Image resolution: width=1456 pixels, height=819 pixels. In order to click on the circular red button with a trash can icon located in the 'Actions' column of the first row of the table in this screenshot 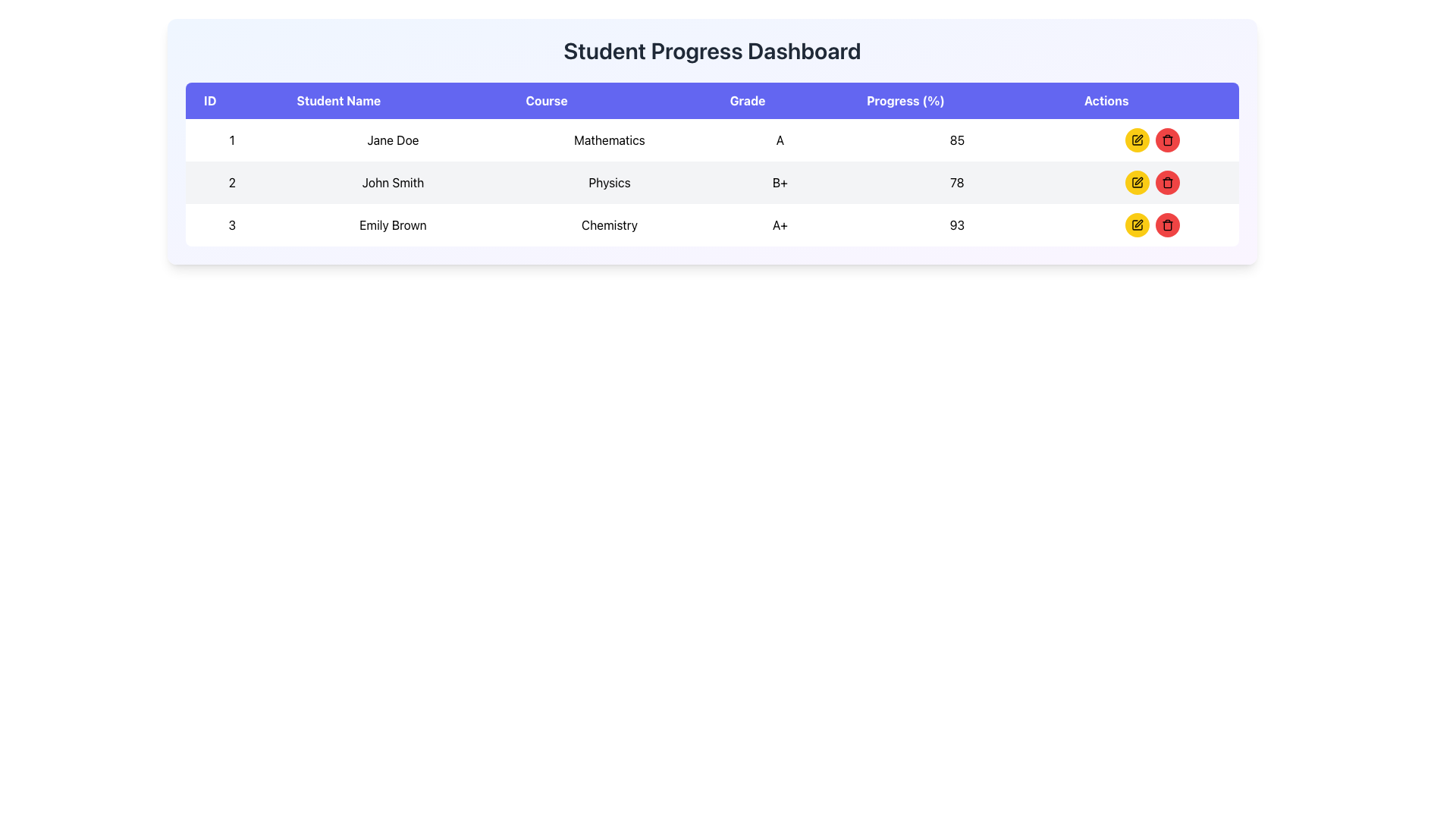, I will do `click(1166, 140)`.